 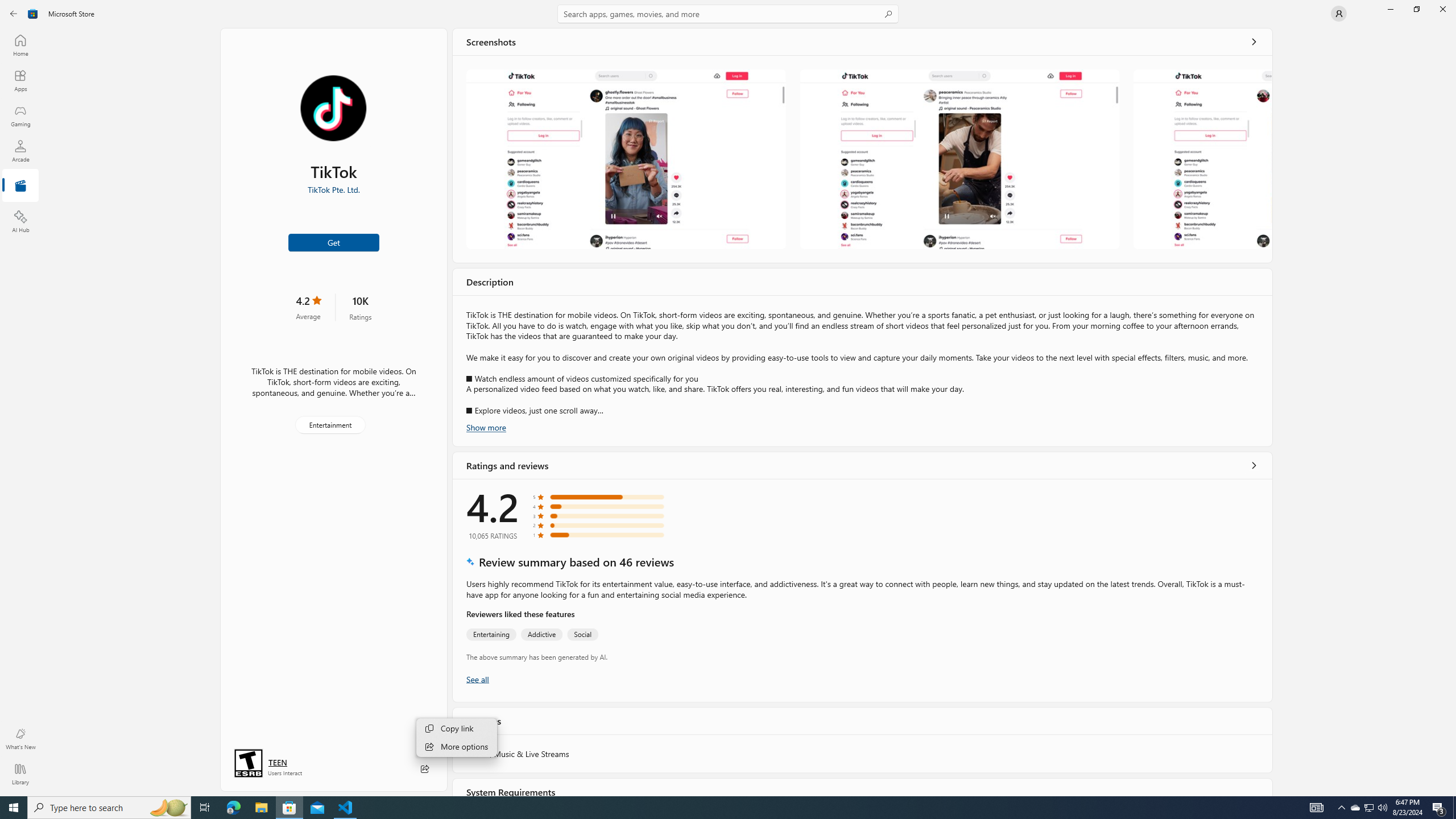 What do you see at coordinates (424, 768) in the screenshot?
I see `'Share'` at bounding box center [424, 768].